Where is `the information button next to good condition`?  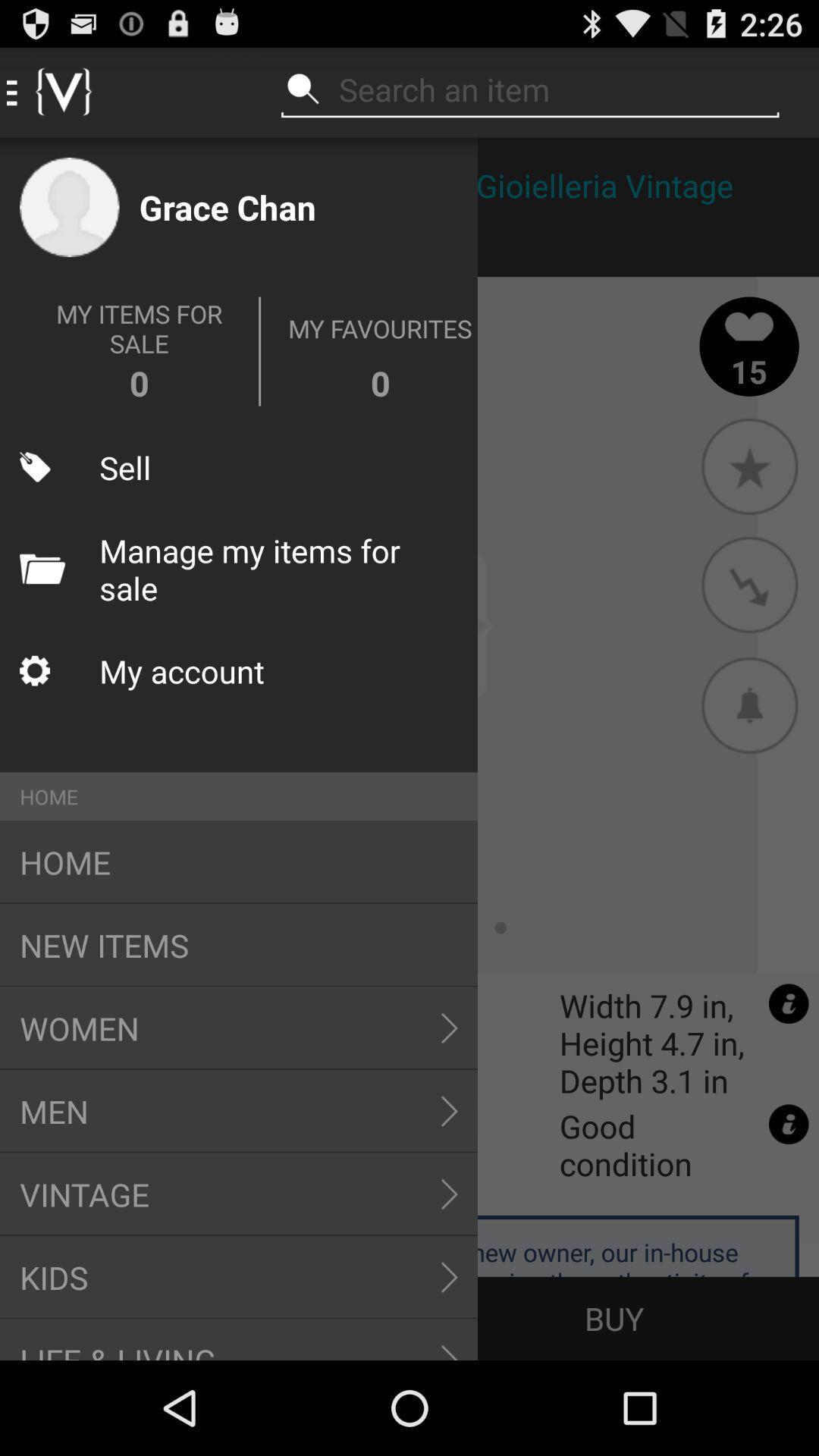
the information button next to good condition is located at coordinates (788, 1125).